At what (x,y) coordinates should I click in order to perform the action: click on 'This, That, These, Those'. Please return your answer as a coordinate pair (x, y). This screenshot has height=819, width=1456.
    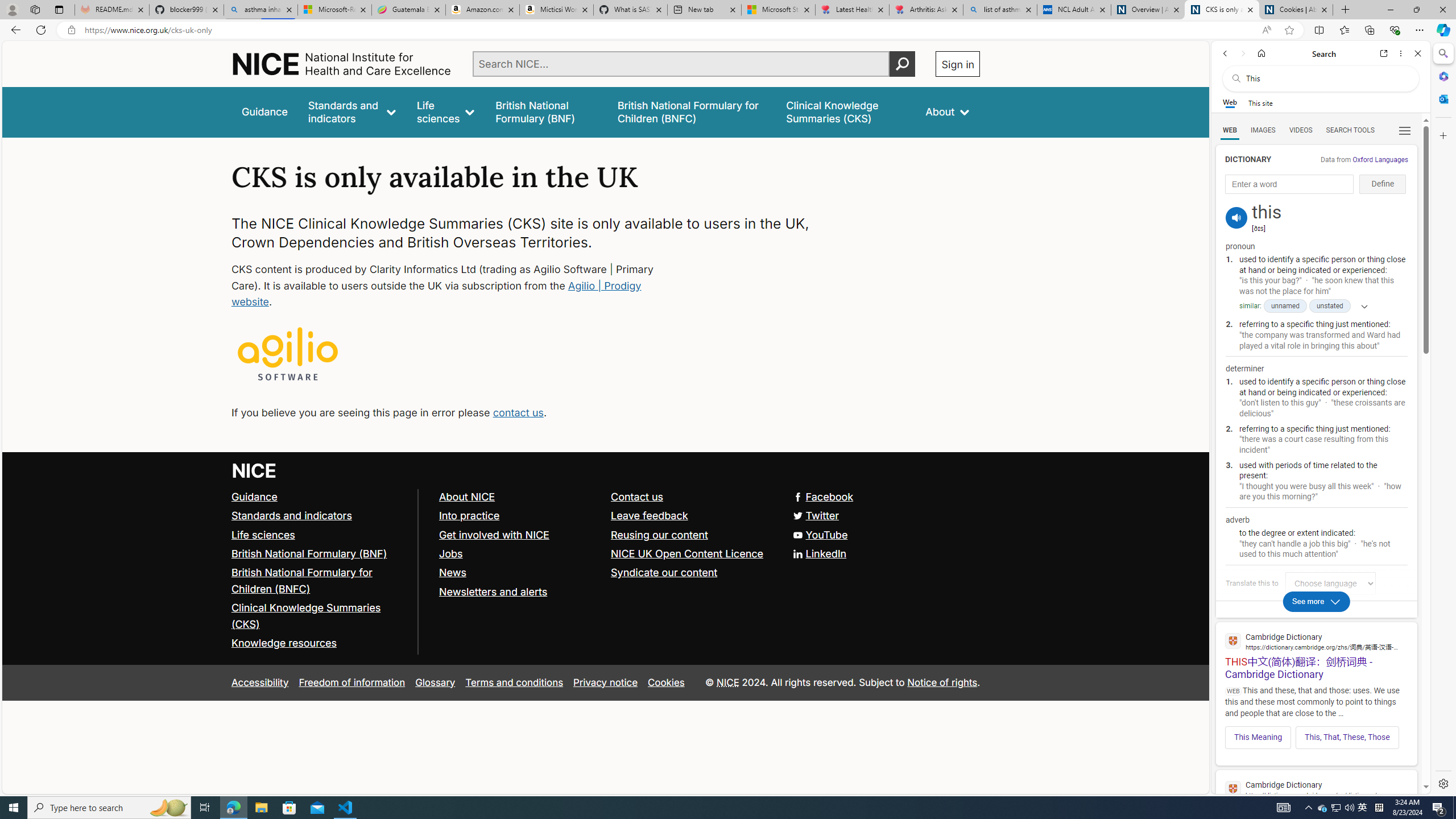
    Looking at the image, I should click on (1347, 737).